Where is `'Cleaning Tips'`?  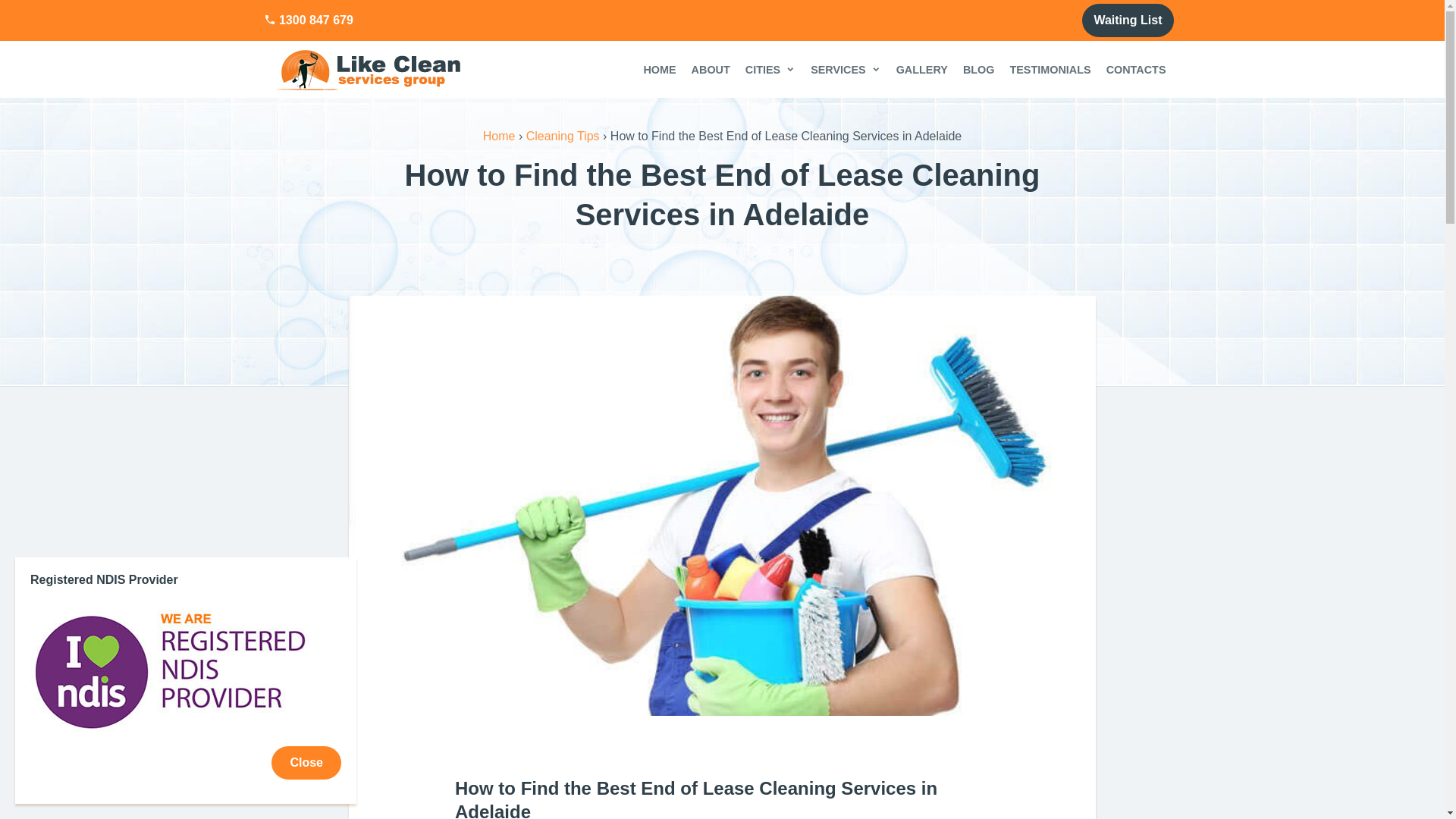 'Cleaning Tips' is located at coordinates (526, 135).